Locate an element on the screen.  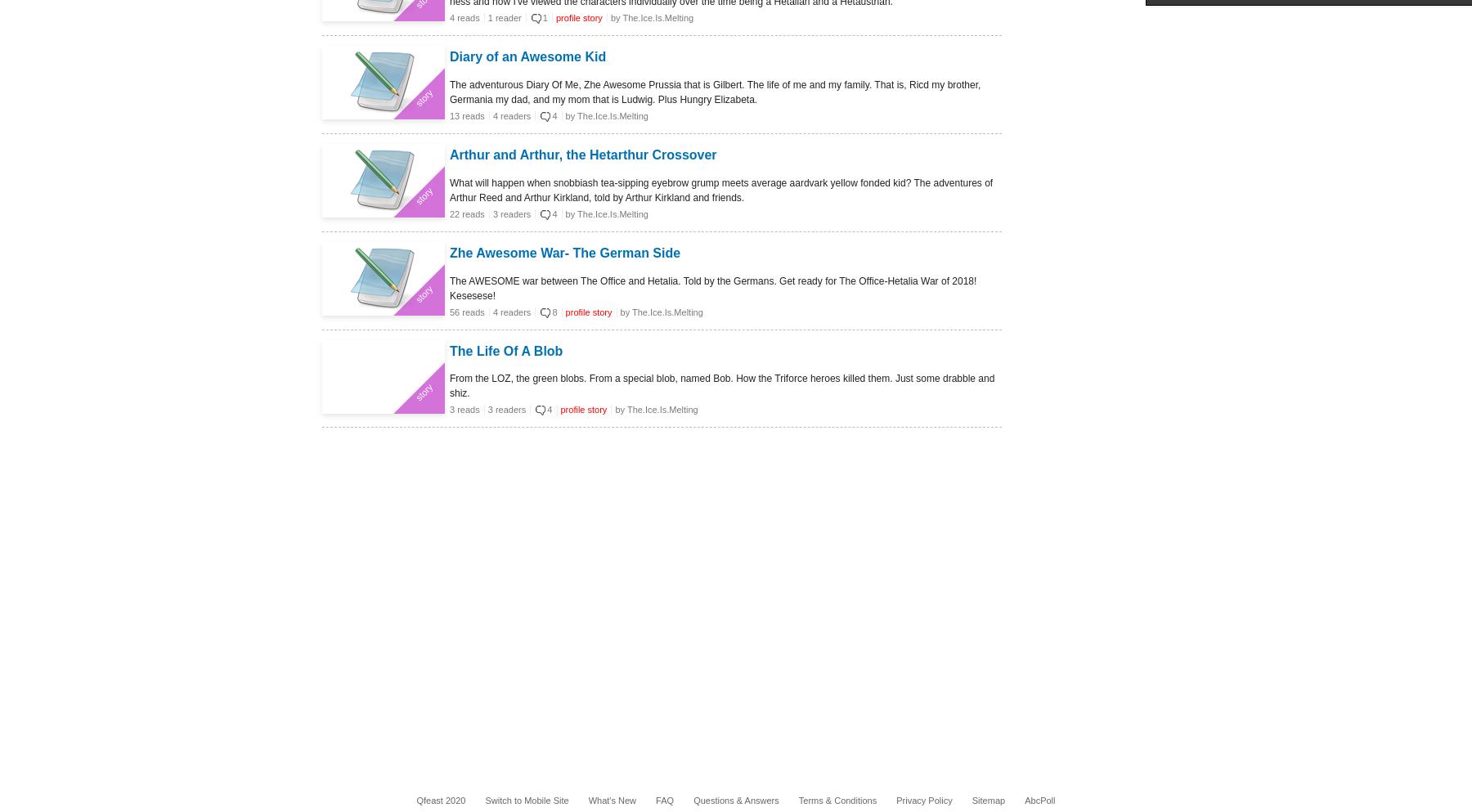
'1' is located at coordinates (541, 17).